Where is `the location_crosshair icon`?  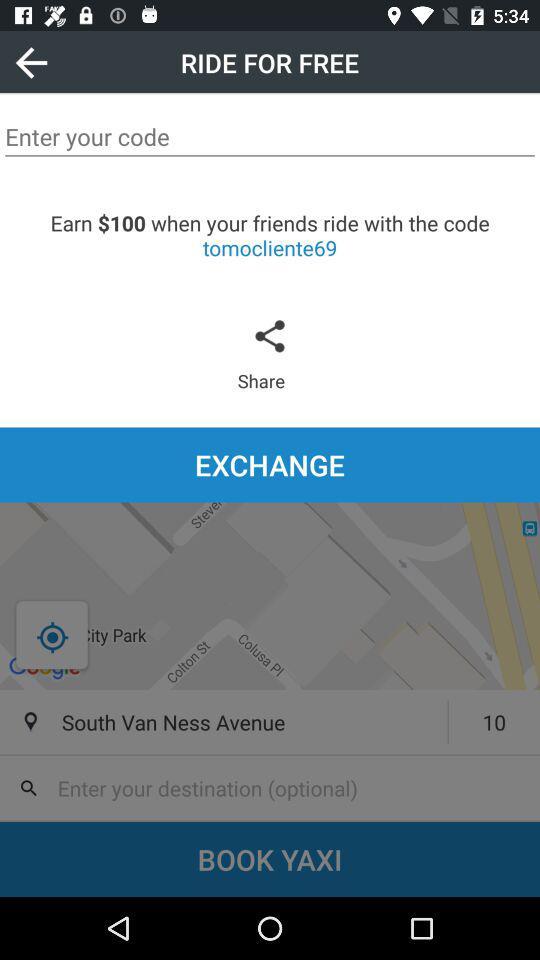 the location_crosshair icon is located at coordinates (52, 636).